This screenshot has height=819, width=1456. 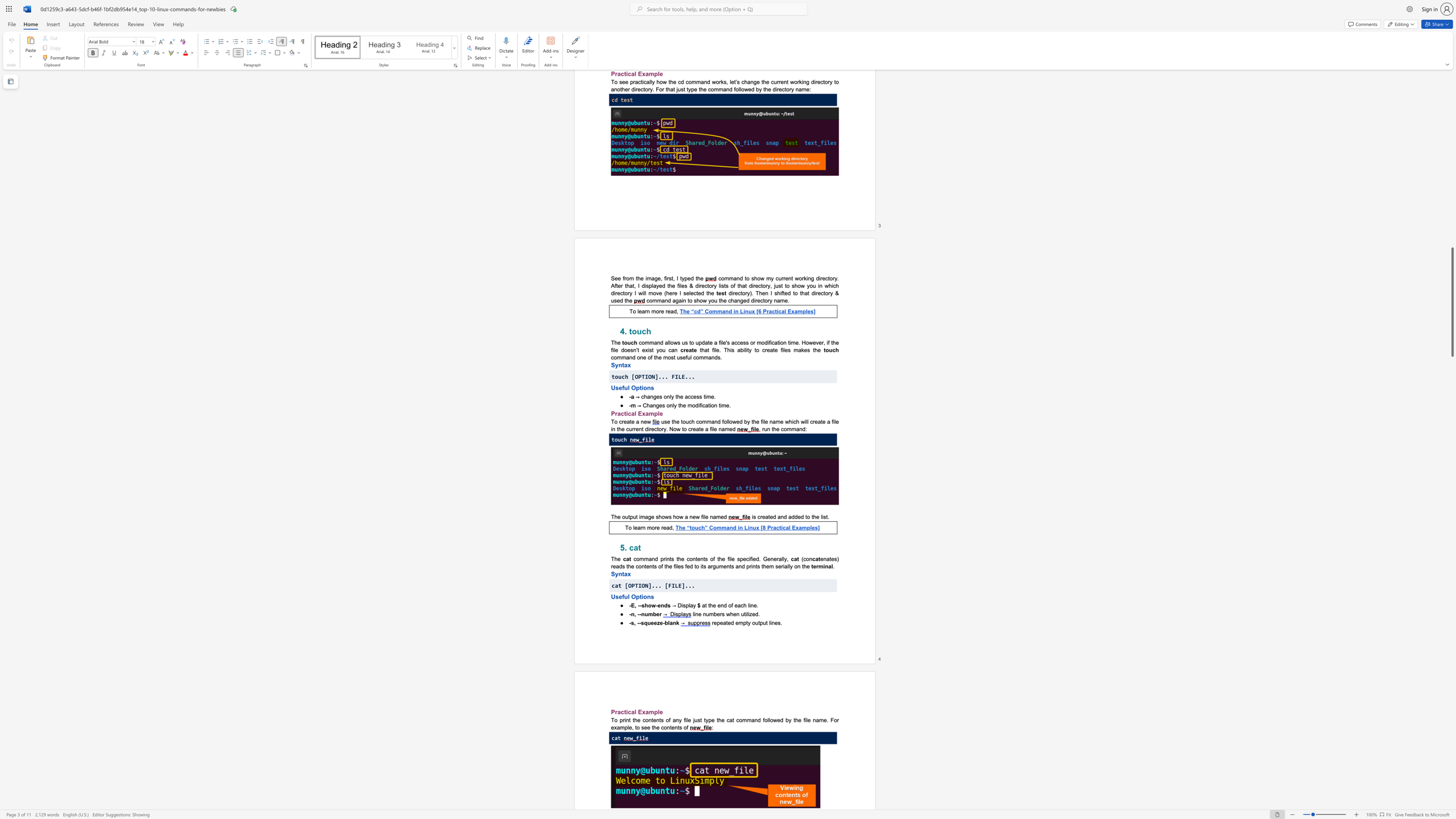 I want to click on the 1th character "l" in the text, so click(x=693, y=613).